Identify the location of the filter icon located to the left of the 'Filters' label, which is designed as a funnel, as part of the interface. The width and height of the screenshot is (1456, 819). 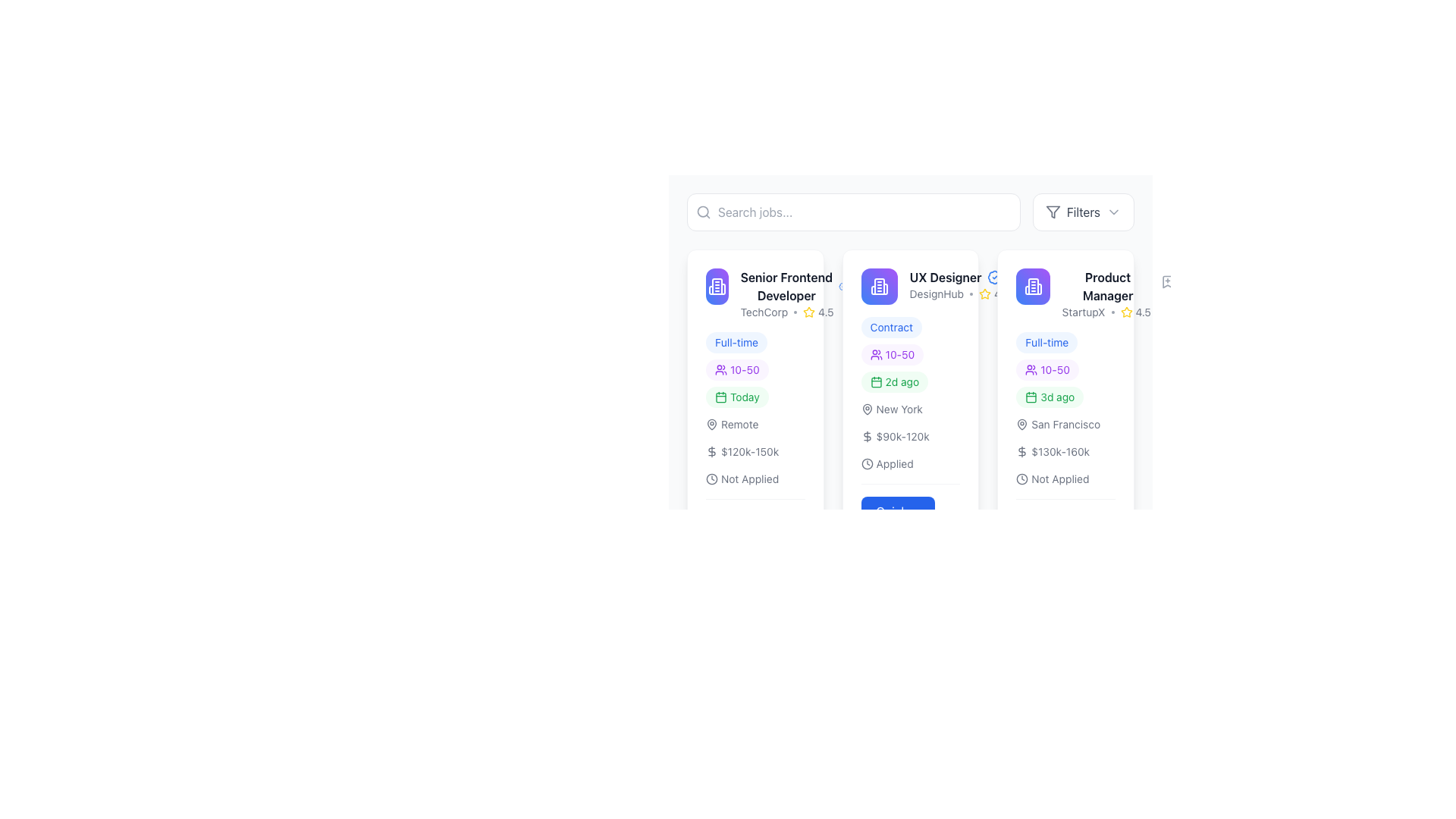
(1052, 212).